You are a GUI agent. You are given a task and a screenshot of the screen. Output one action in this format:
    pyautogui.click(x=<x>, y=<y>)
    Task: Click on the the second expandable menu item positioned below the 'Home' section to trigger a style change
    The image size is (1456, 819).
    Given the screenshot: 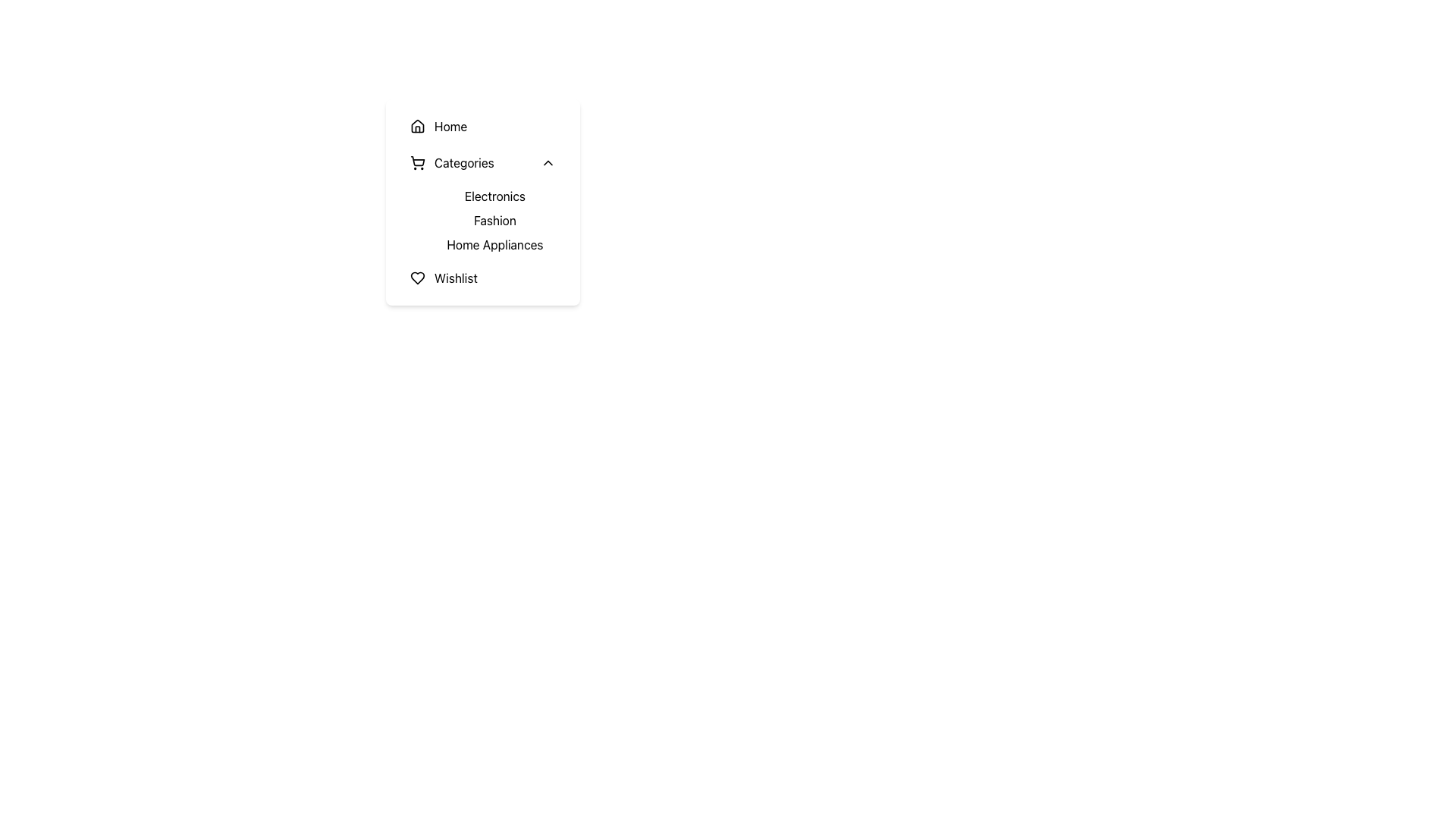 What is the action you would take?
    pyautogui.click(x=482, y=163)
    